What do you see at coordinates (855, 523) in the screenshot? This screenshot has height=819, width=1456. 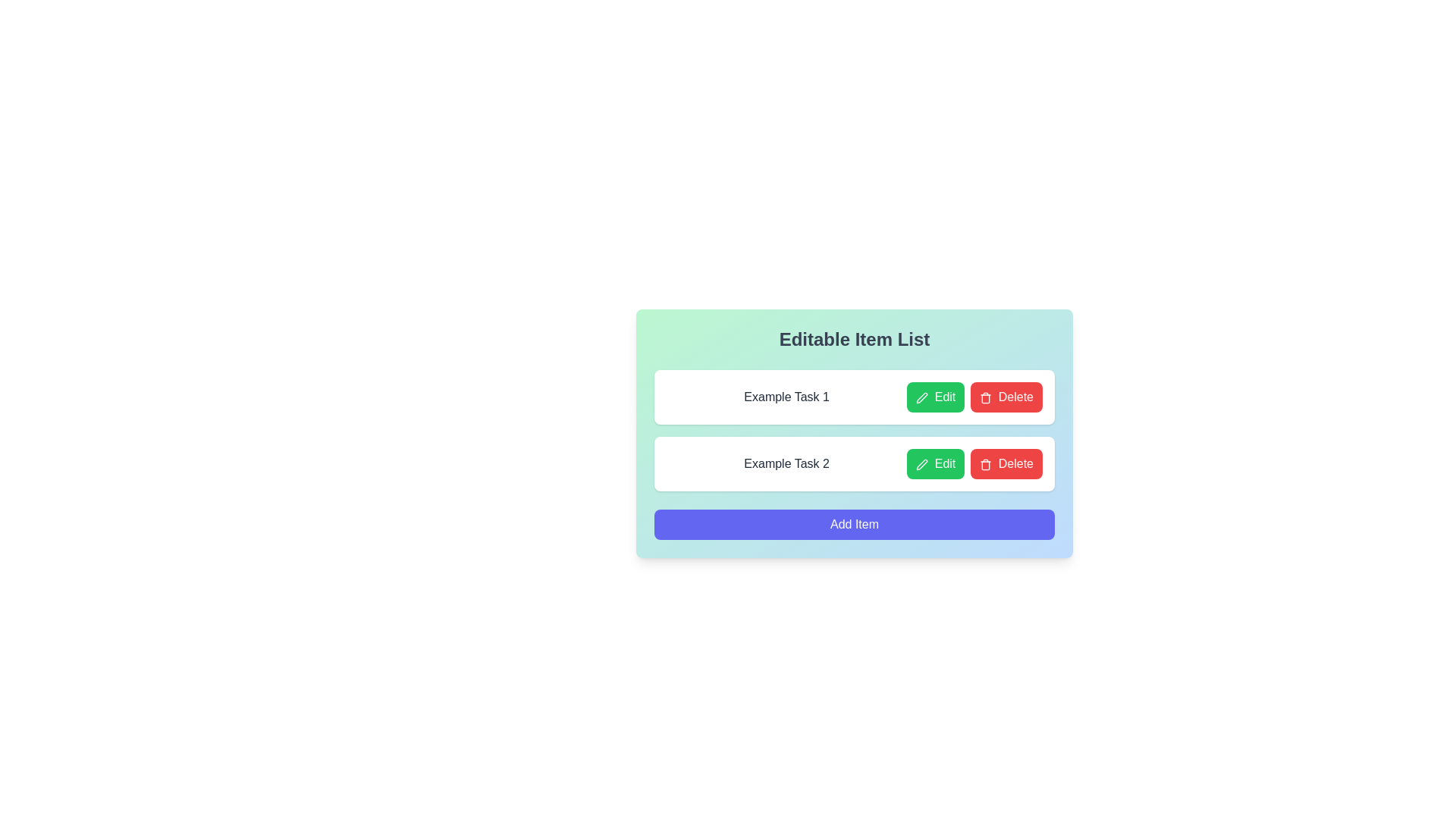 I see `the 'Add Item' button with a bold purple background and white text located at the bottom of the 'Editable Item List' card interface` at bounding box center [855, 523].